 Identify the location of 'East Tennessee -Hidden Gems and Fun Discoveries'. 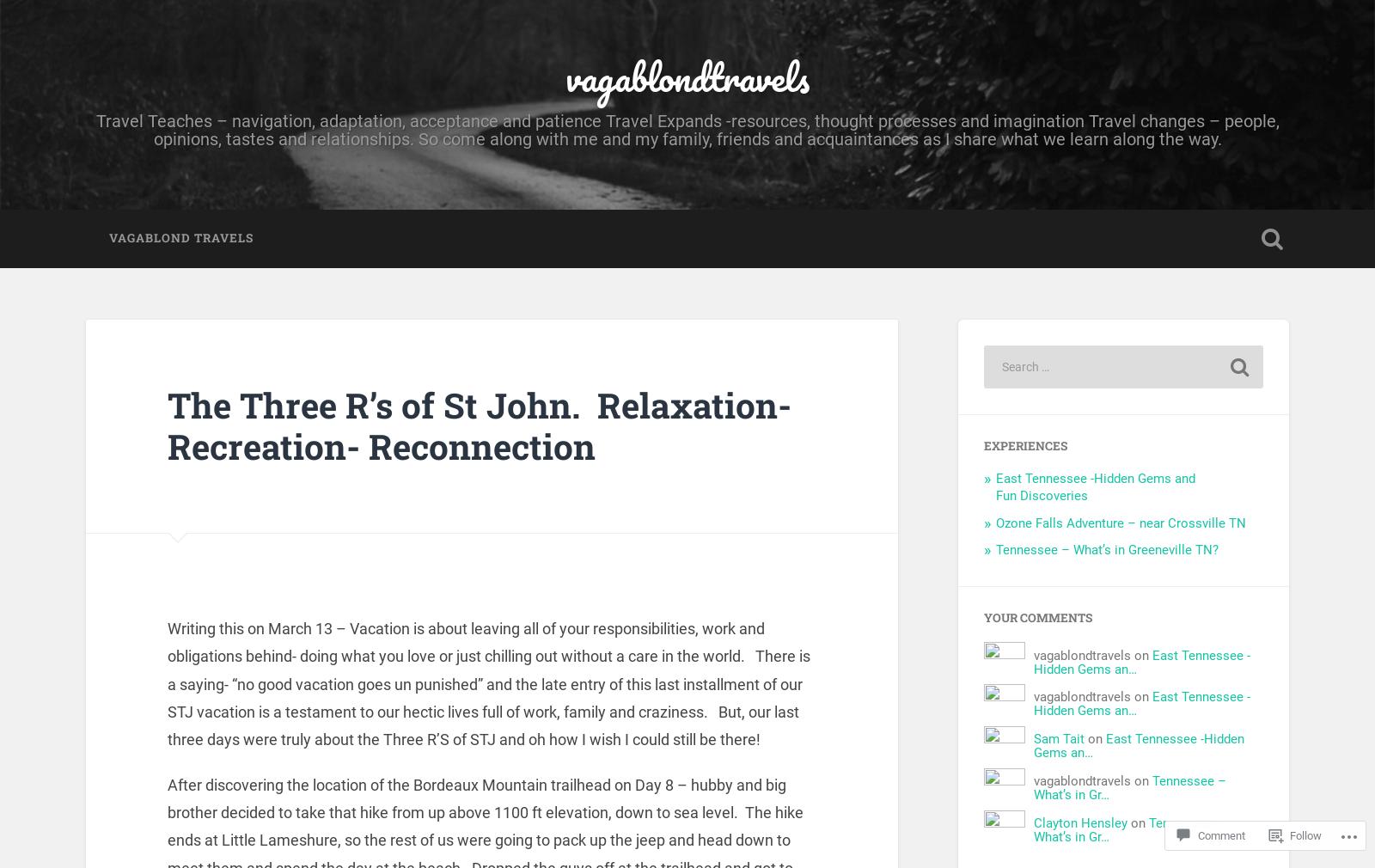
(1095, 486).